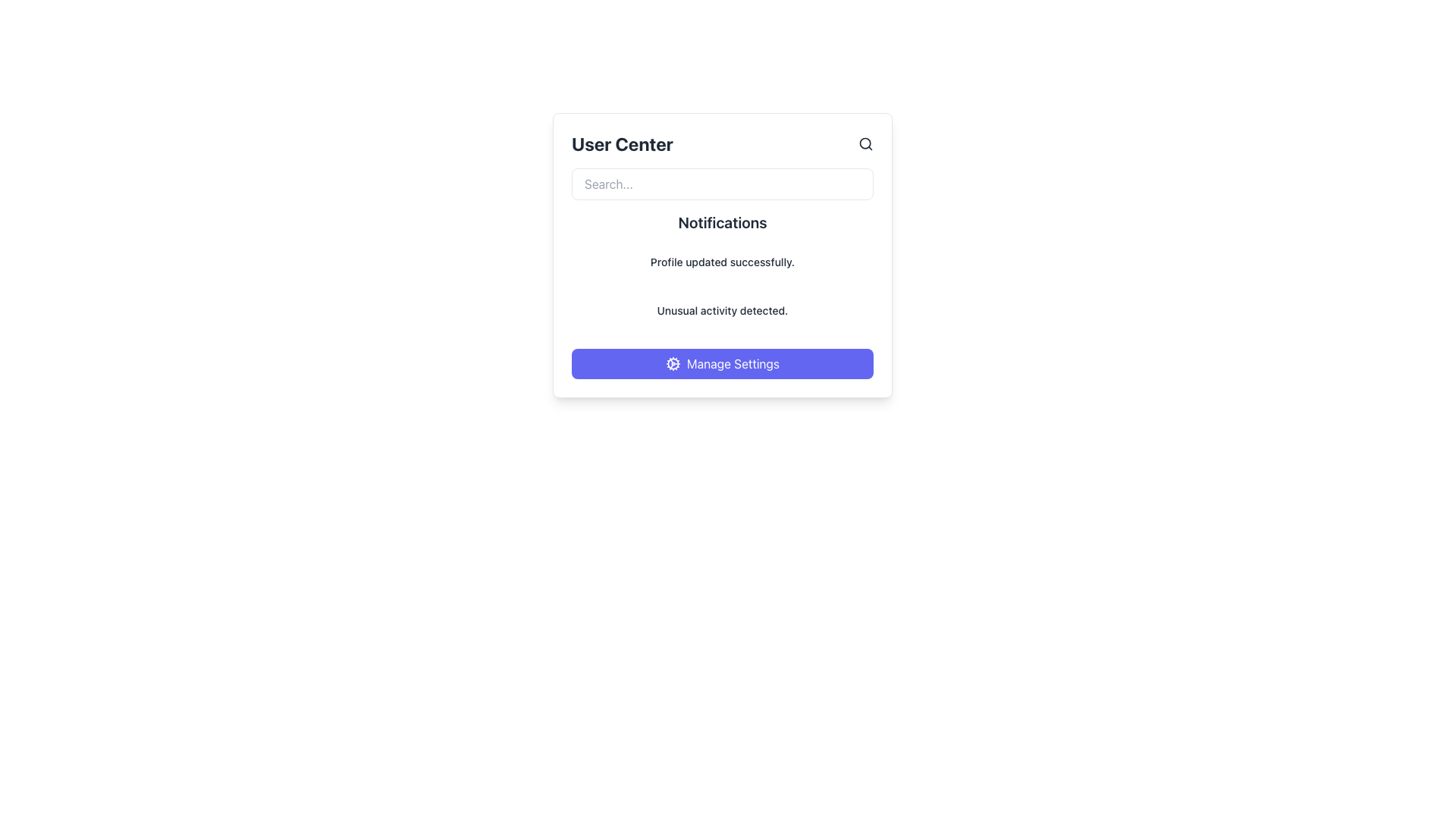  Describe the element at coordinates (722, 363) in the screenshot. I see `the 'Manage Settings' button with a solid indigo background and white text` at that location.